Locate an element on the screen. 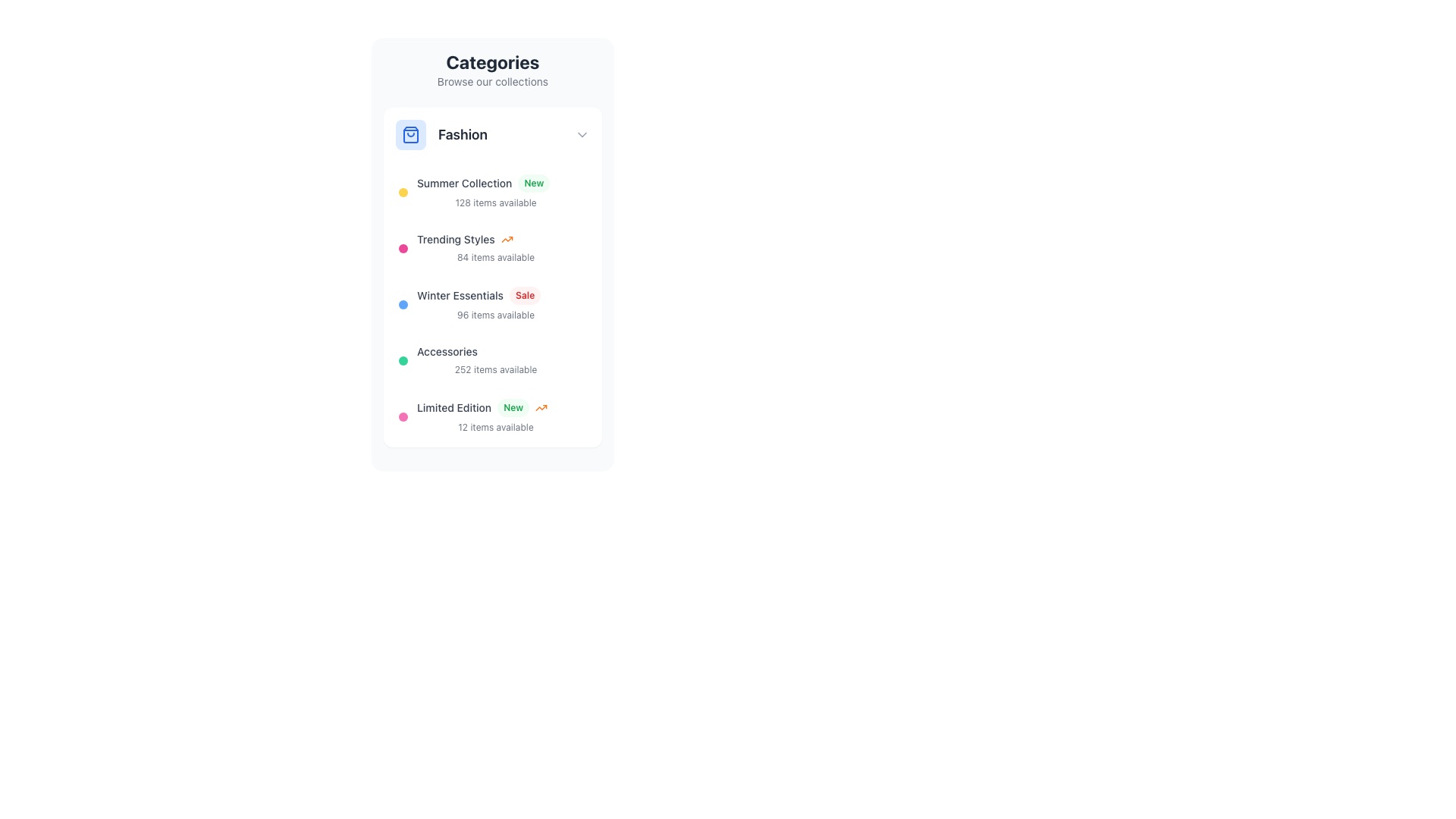 The height and width of the screenshot is (819, 1456). the text label that reads 'Browse our collections', which is styled in gray and positioned below the 'Categories' heading is located at coordinates (492, 82).